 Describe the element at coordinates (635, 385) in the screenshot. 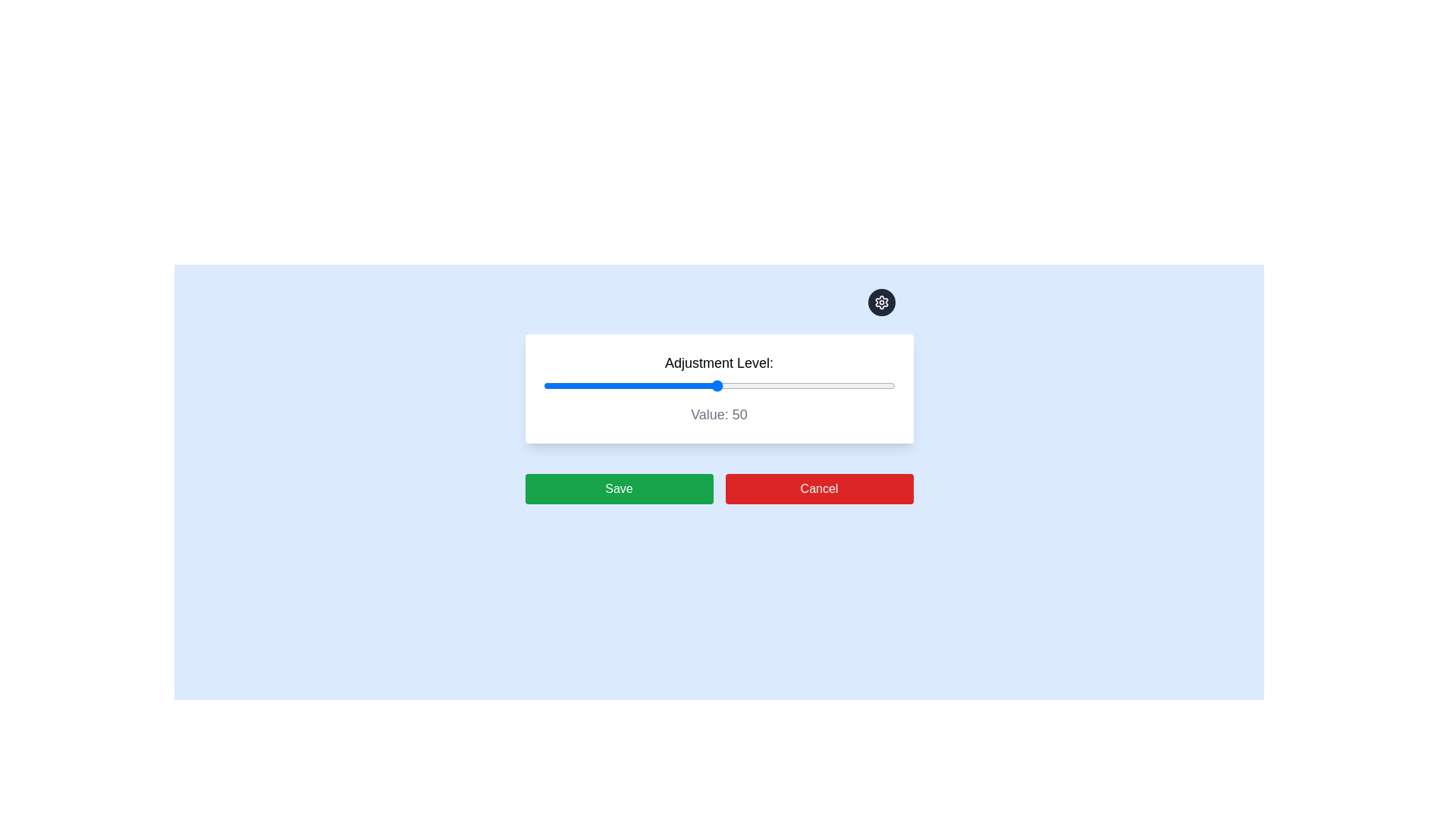

I see `the adjustment level` at that location.